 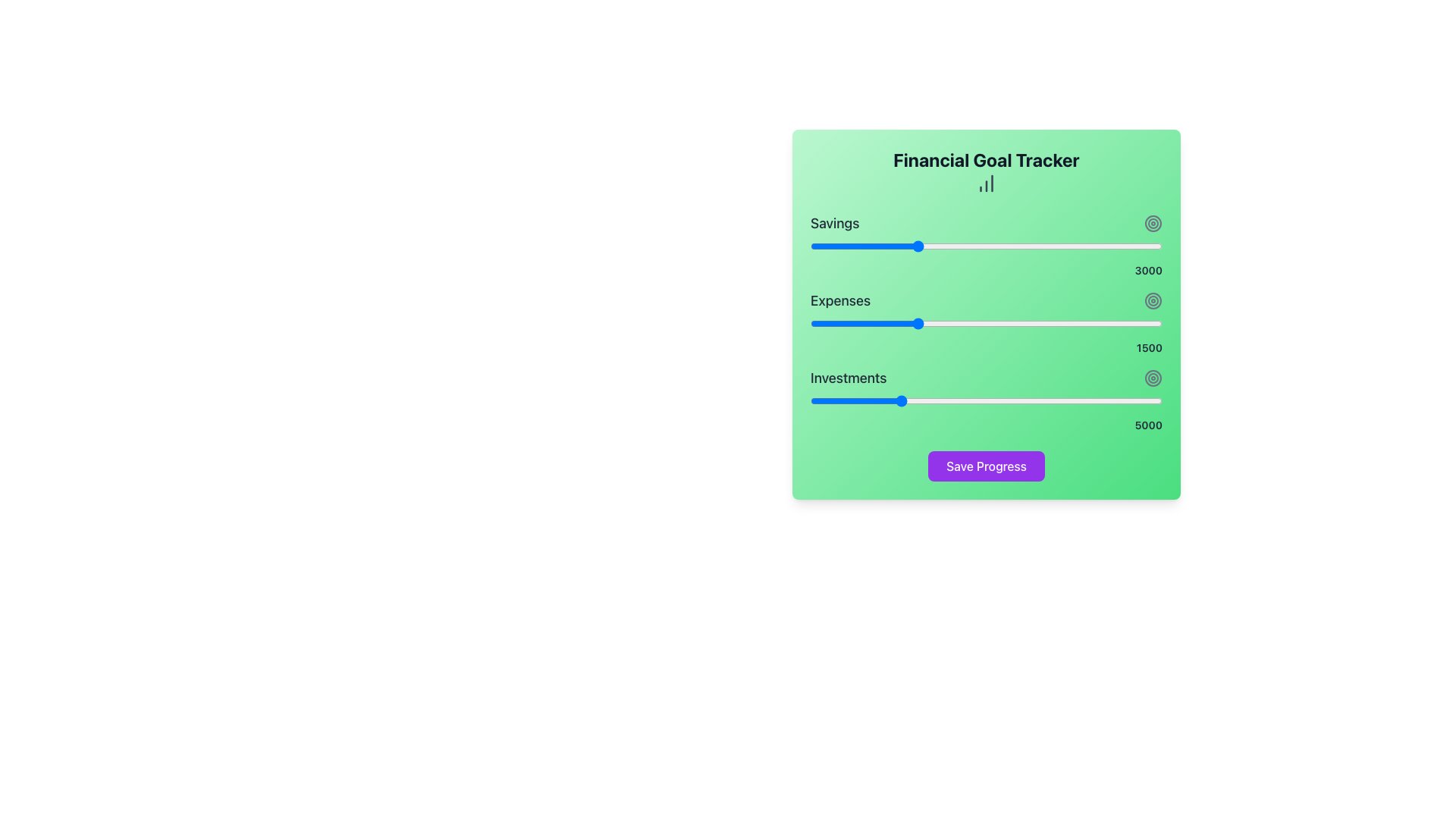 I want to click on the expenses slider, so click(x=1150, y=323).